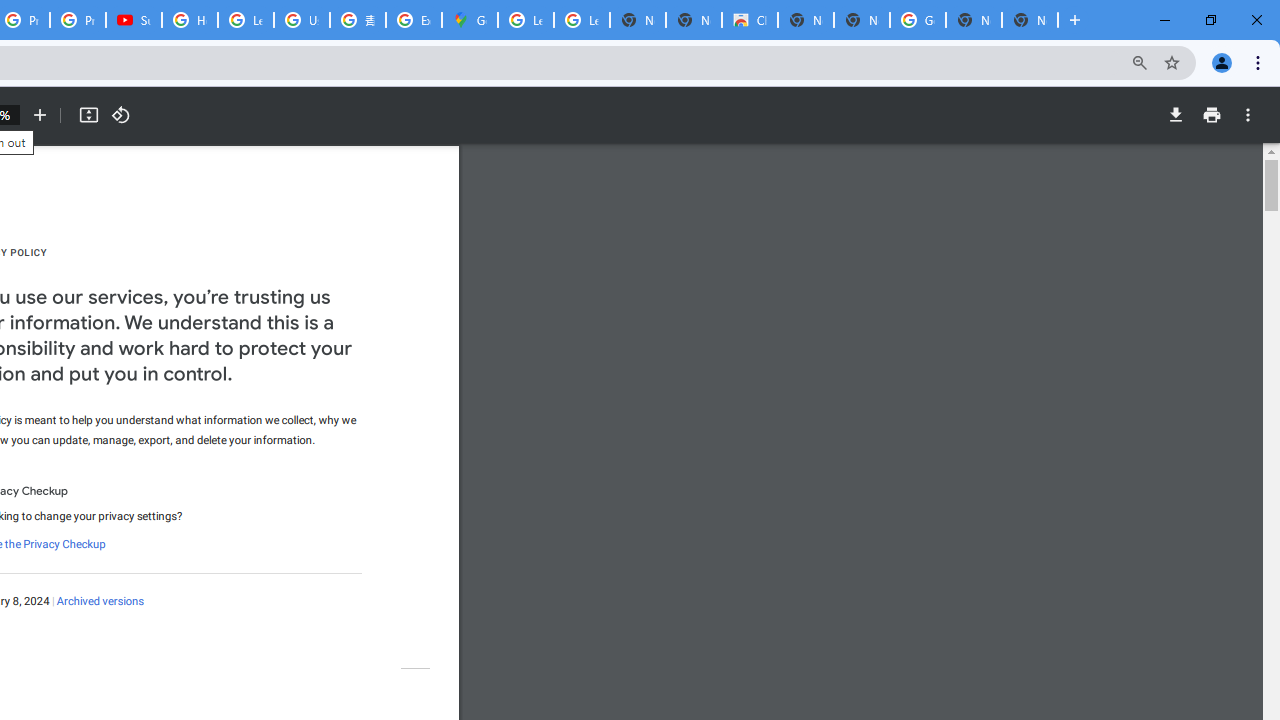 Image resolution: width=1280 pixels, height=720 pixels. I want to click on 'Rotate counterclockwise', so click(119, 115).